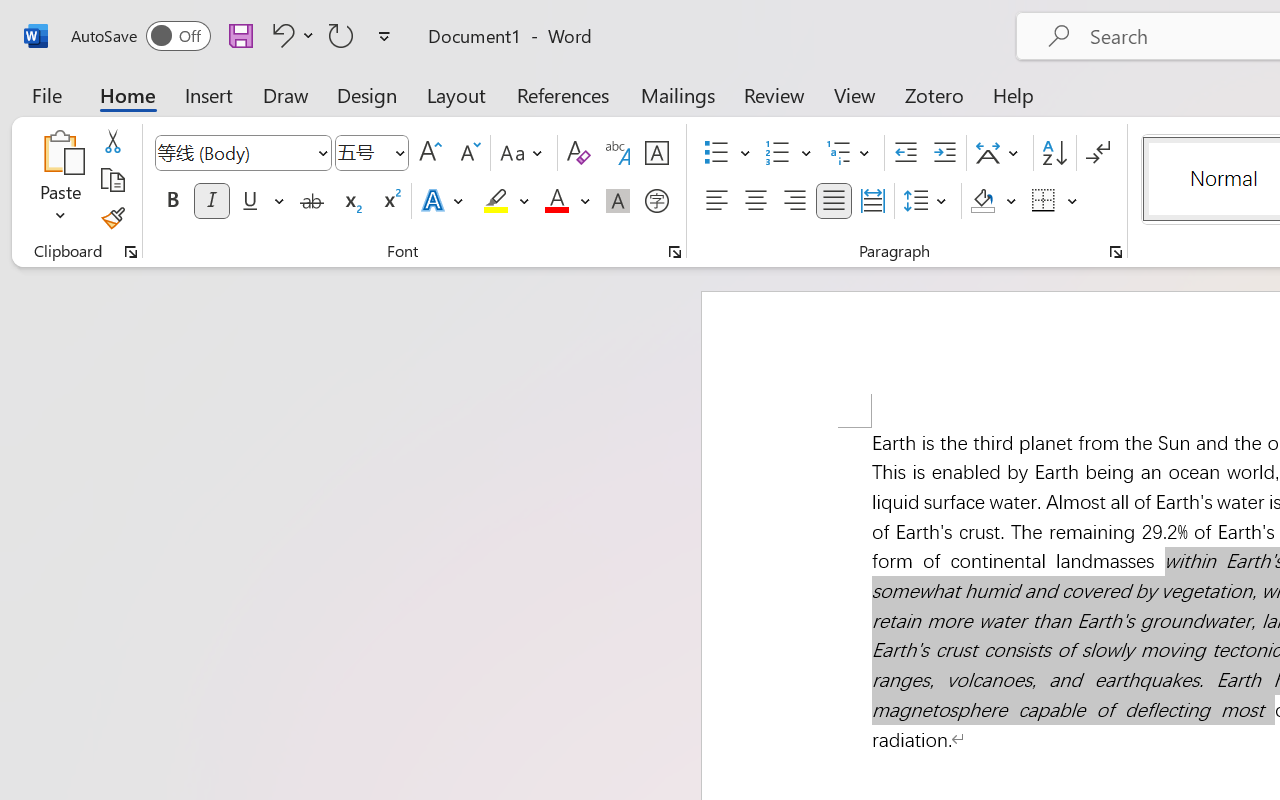 The width and height of the screenshot is (1280, 800). Describe the element at coordinates (993, 201) in the screenshot. I see `'Shading'` at that location.